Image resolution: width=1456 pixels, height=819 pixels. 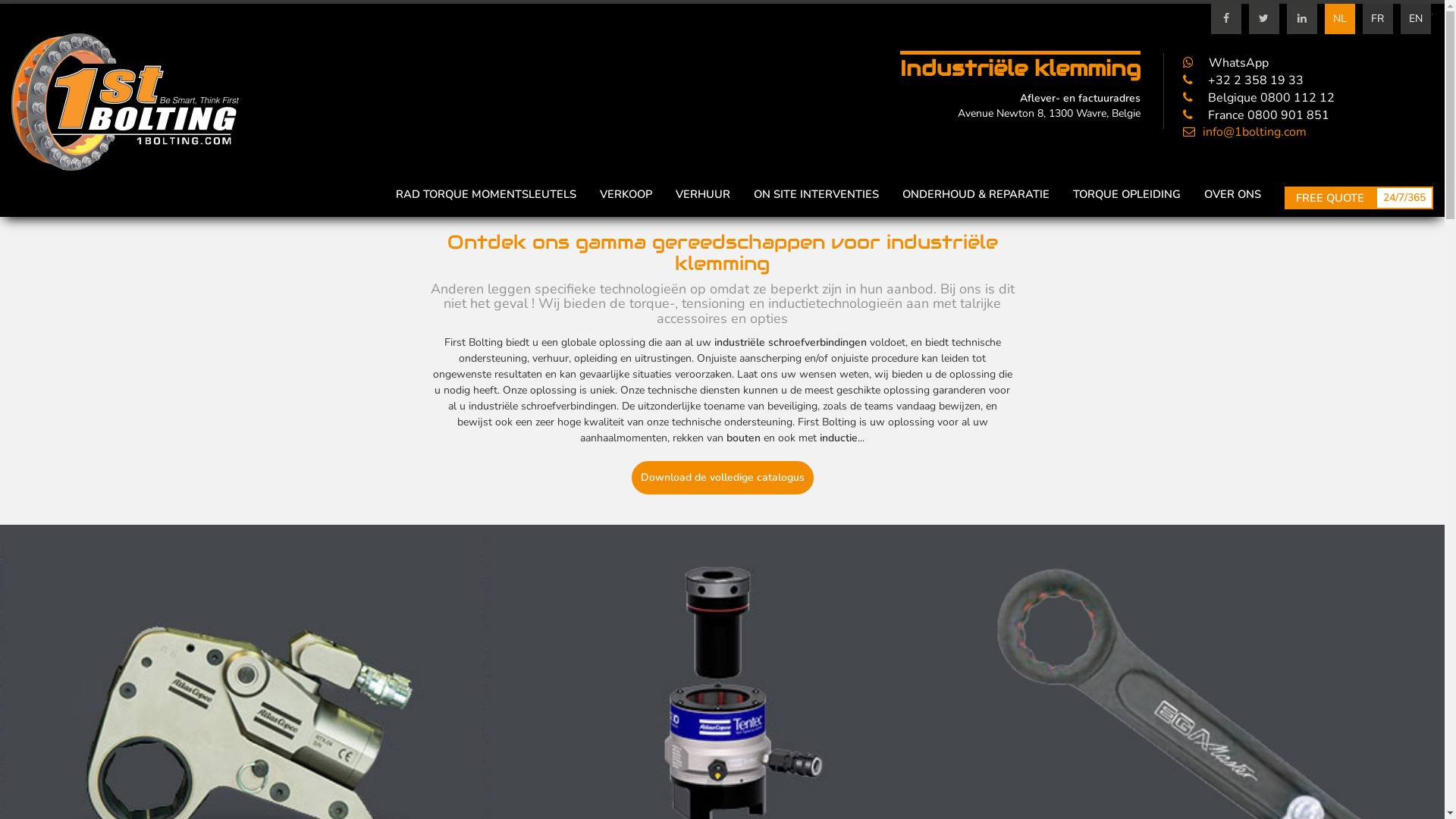 What do you see at coordinates (1127, 193) in the screenshot?
I see `'TORQUE OPLEIDING'` at bounding box center [1127, 193].